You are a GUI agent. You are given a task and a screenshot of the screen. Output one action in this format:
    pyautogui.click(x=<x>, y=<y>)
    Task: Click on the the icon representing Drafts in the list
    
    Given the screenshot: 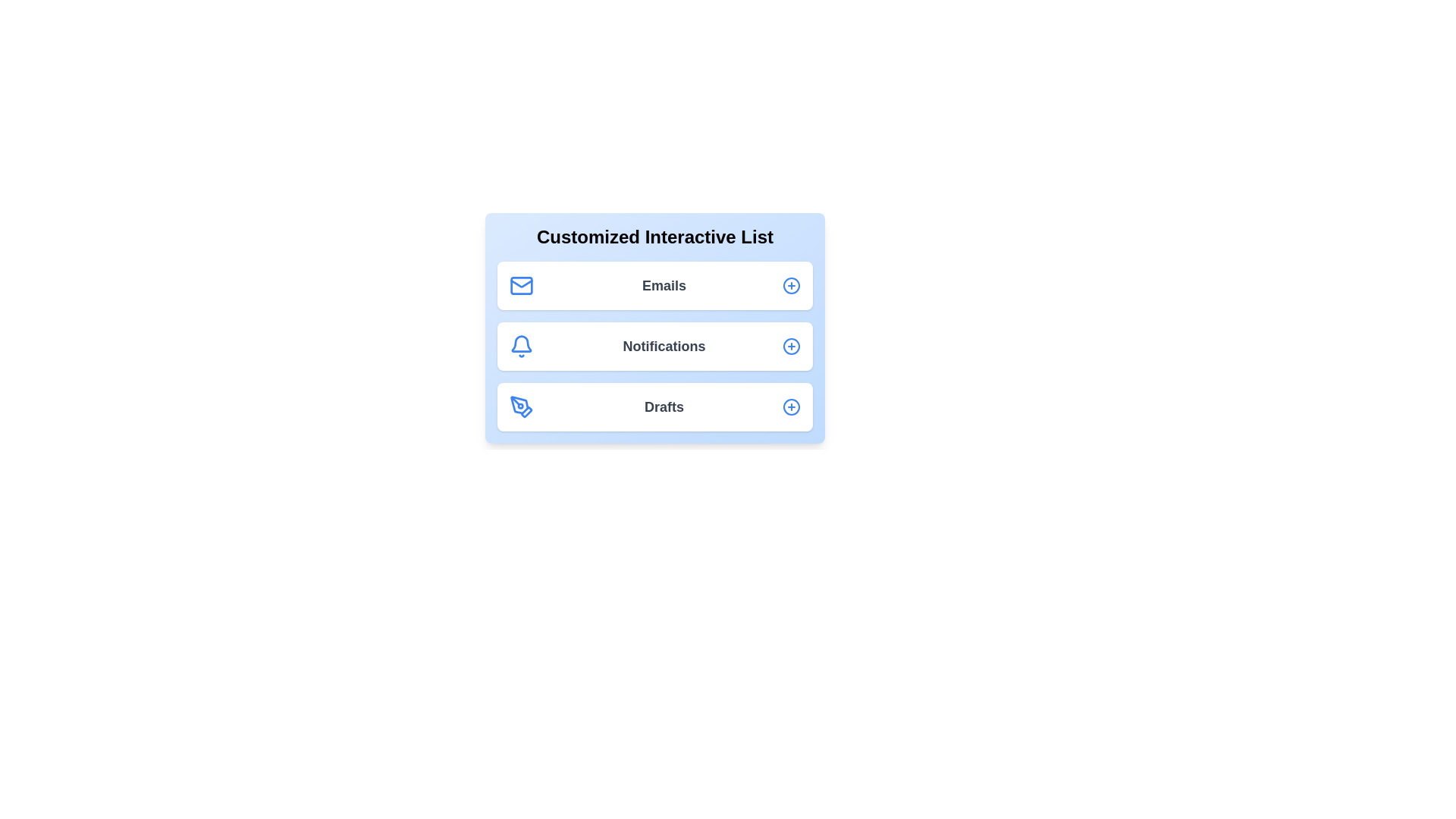 What is the action you would take?
    pyautogui.click(x=521, y=406)
    